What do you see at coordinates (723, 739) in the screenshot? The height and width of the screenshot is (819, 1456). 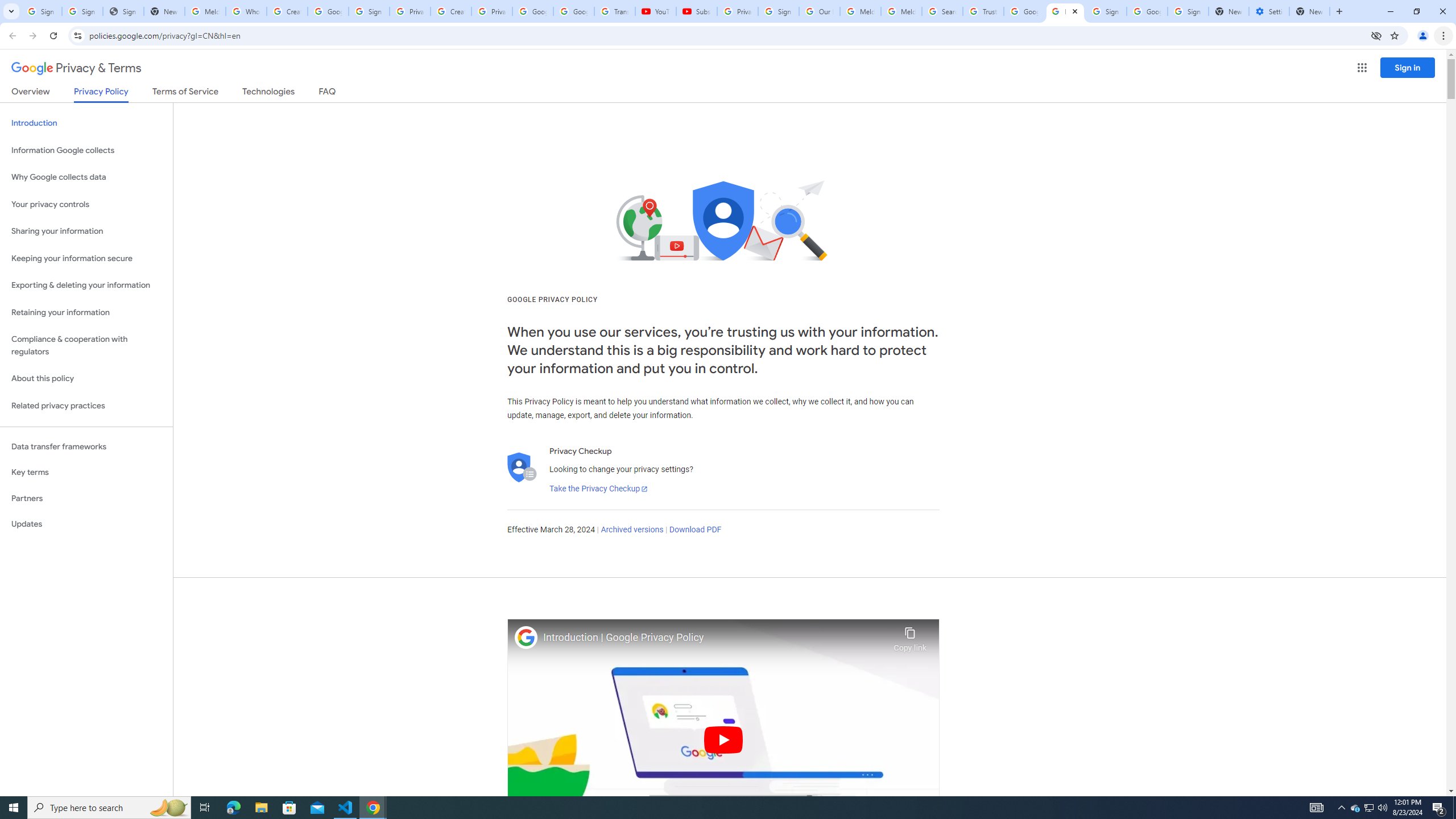 I see `'Play'` at bounding box center [723, 739].